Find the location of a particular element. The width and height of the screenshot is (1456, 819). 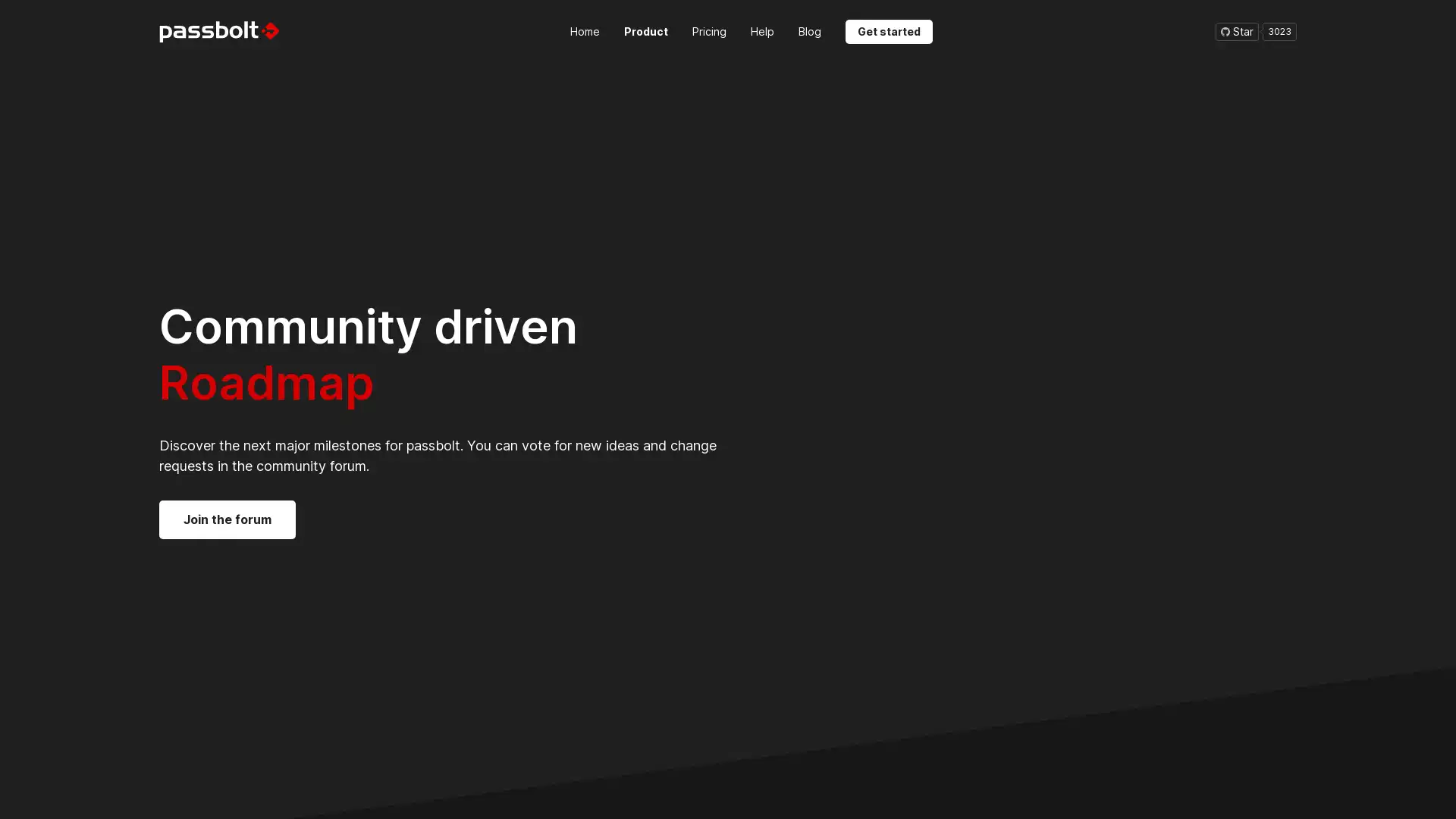

Get started is located at coordinates (888, 31).